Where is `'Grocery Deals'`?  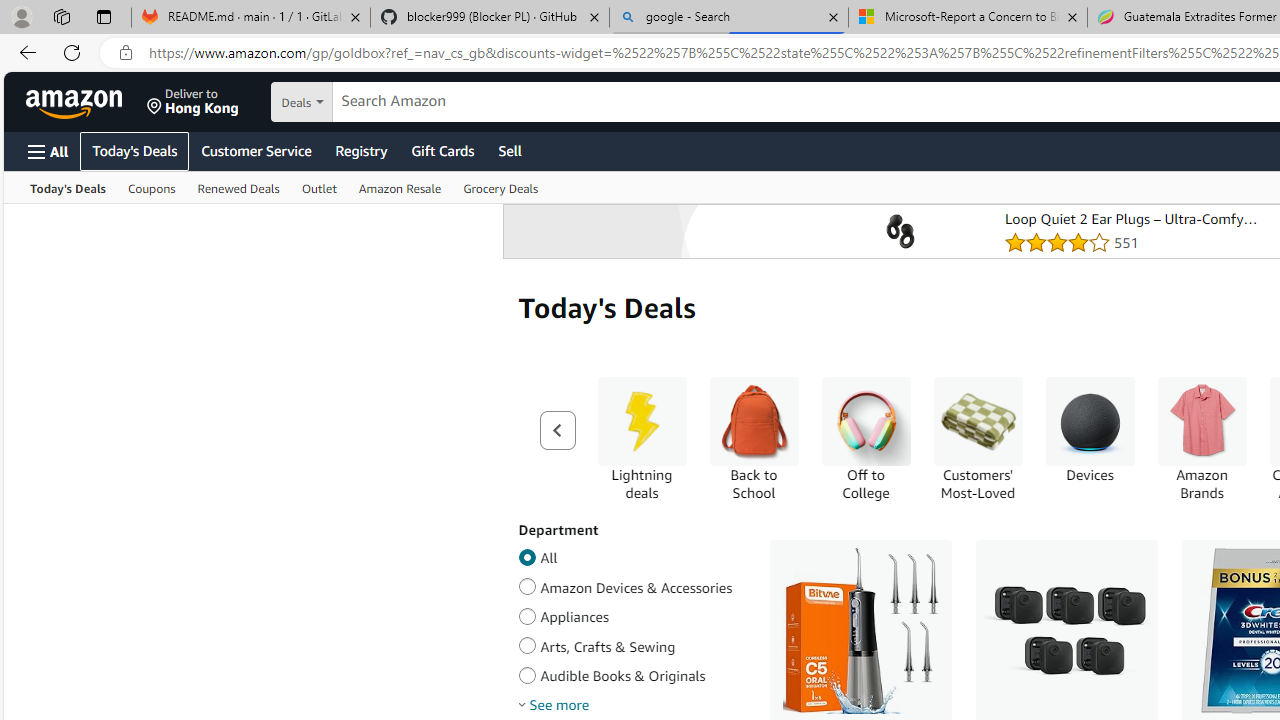 'Grocery Deals' is located at coordinates (501, 187).